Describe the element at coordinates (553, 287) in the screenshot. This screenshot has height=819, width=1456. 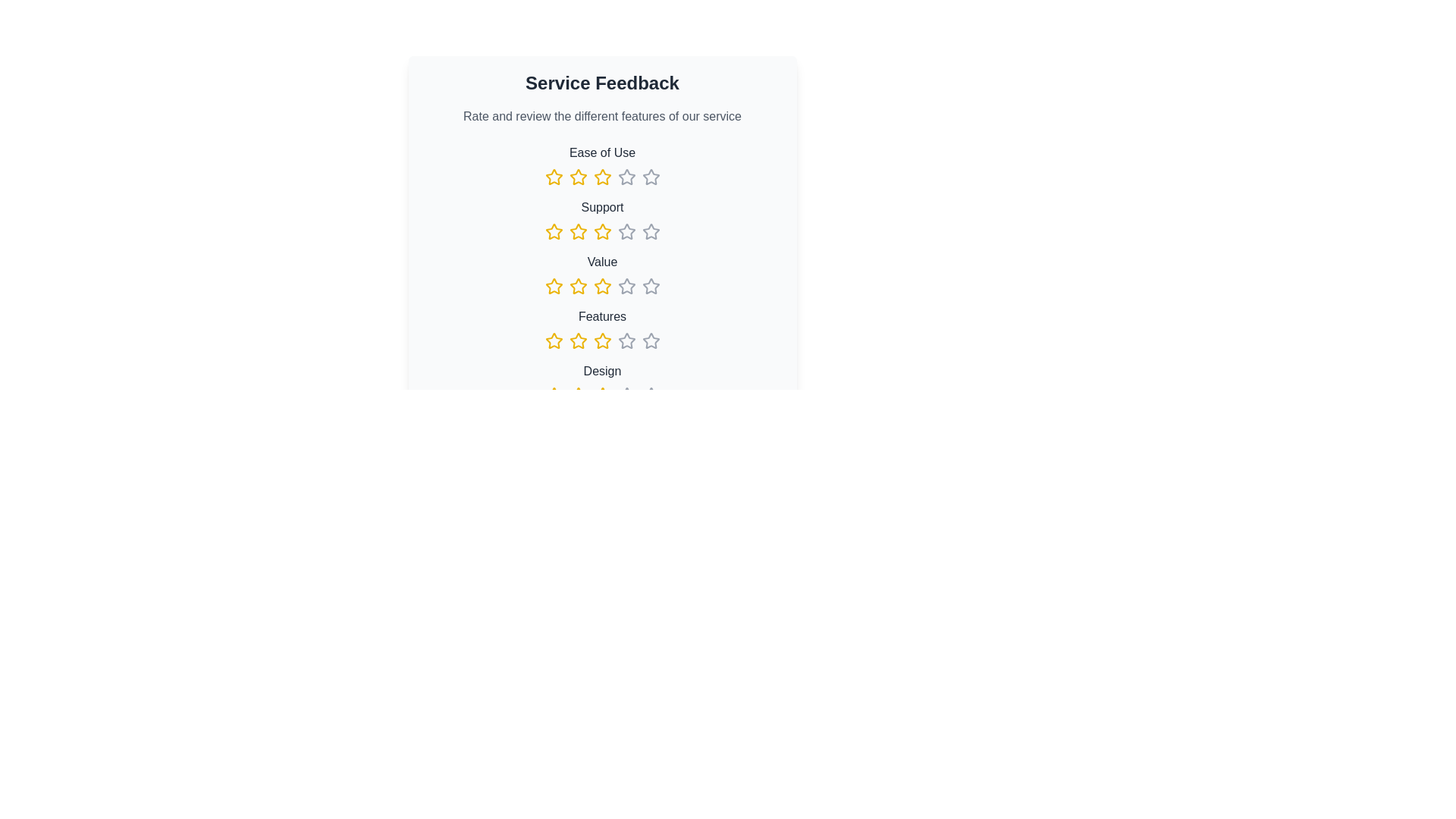
I see `the selected yellow outlined star-shaped Rating icon for 'Service Feedback'` at that location.